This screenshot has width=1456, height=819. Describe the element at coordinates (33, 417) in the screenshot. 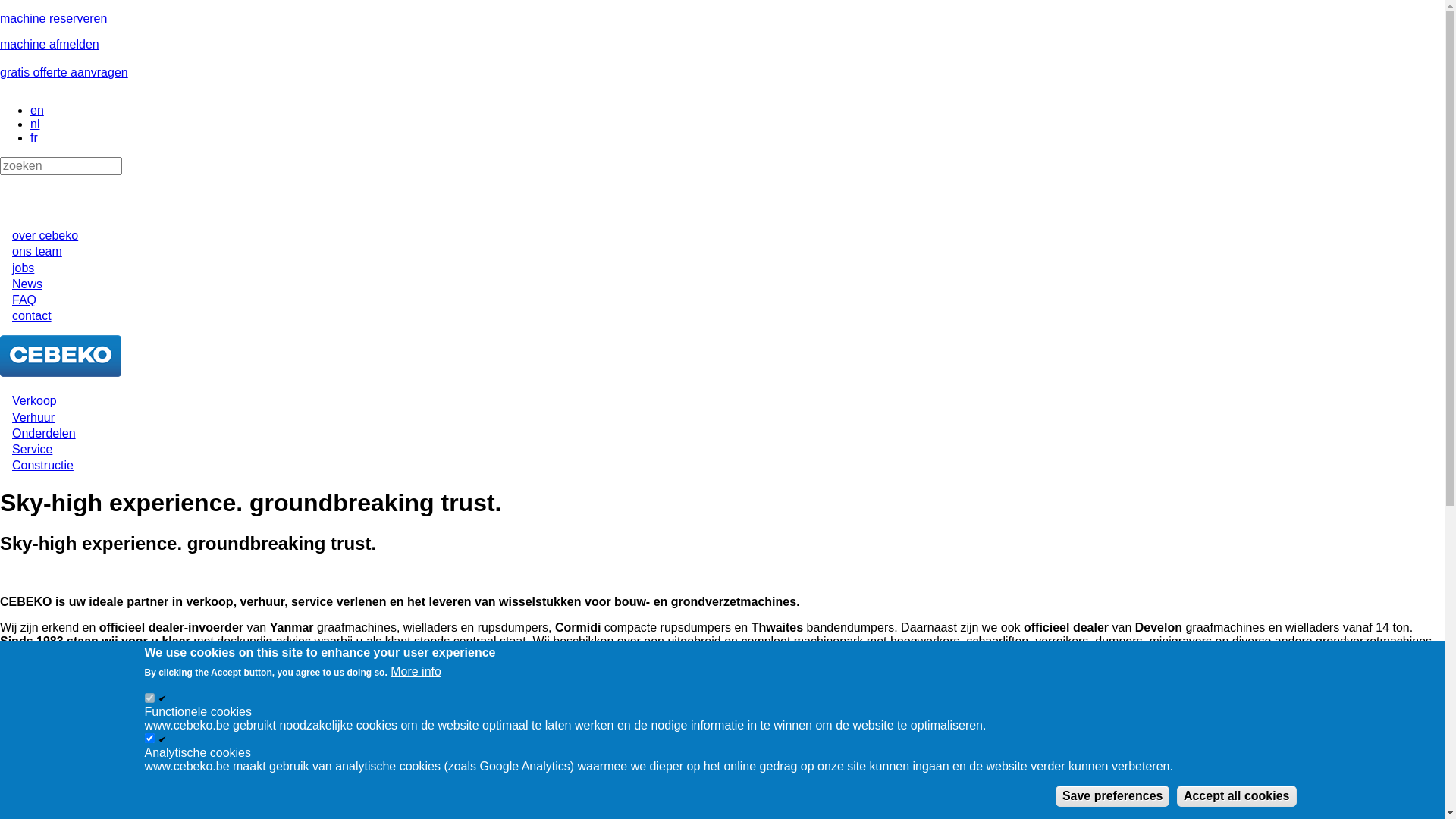

I see `'Verhuur'` at that location.